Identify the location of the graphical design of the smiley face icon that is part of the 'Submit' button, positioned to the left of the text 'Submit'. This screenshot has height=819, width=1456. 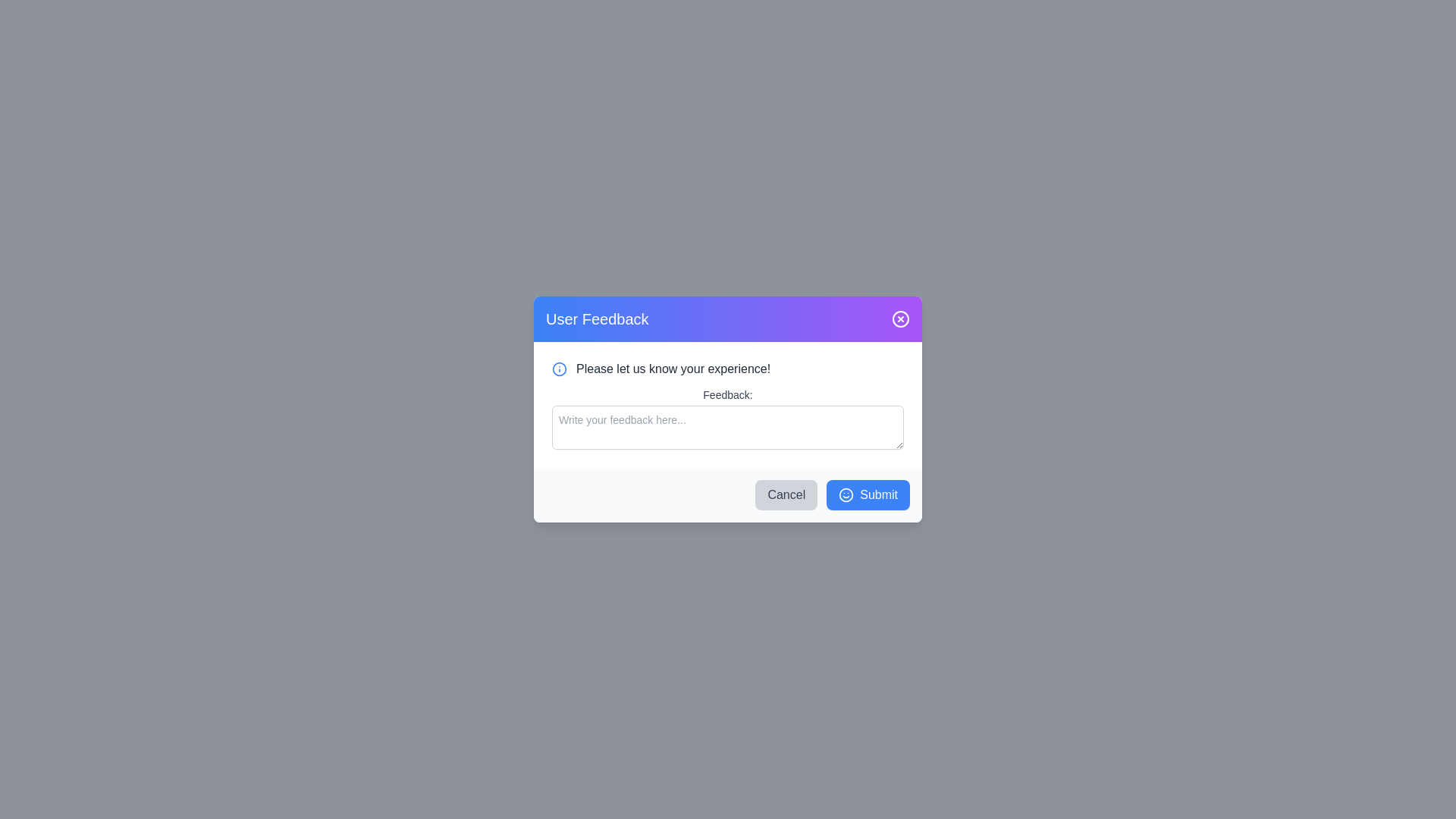
(846, 494).